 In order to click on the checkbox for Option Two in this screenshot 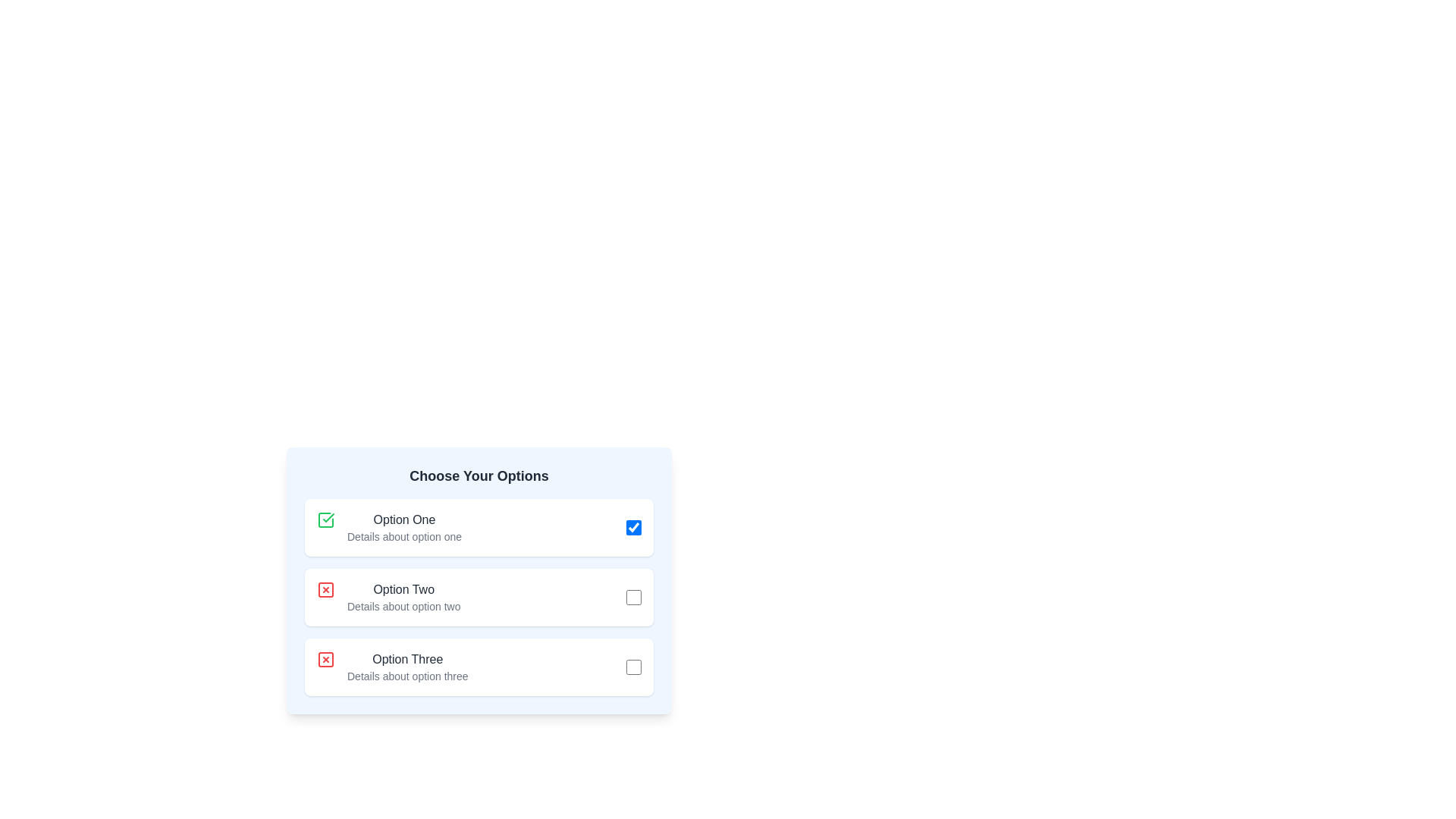, I will do `click(633, 596)`.